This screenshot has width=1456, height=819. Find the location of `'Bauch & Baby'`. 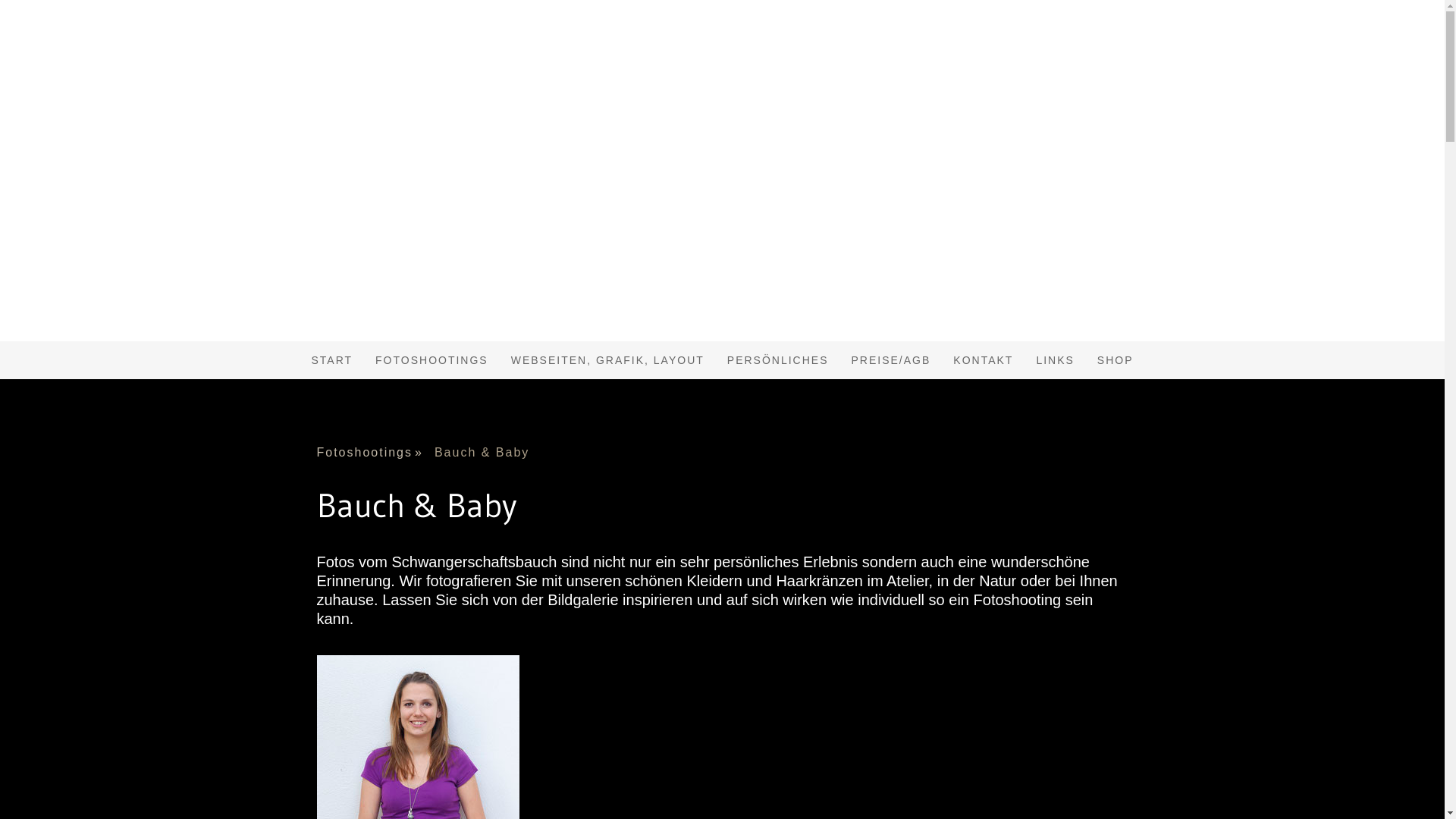

'Bauch & Baby' is located at coordinates (488, 452).